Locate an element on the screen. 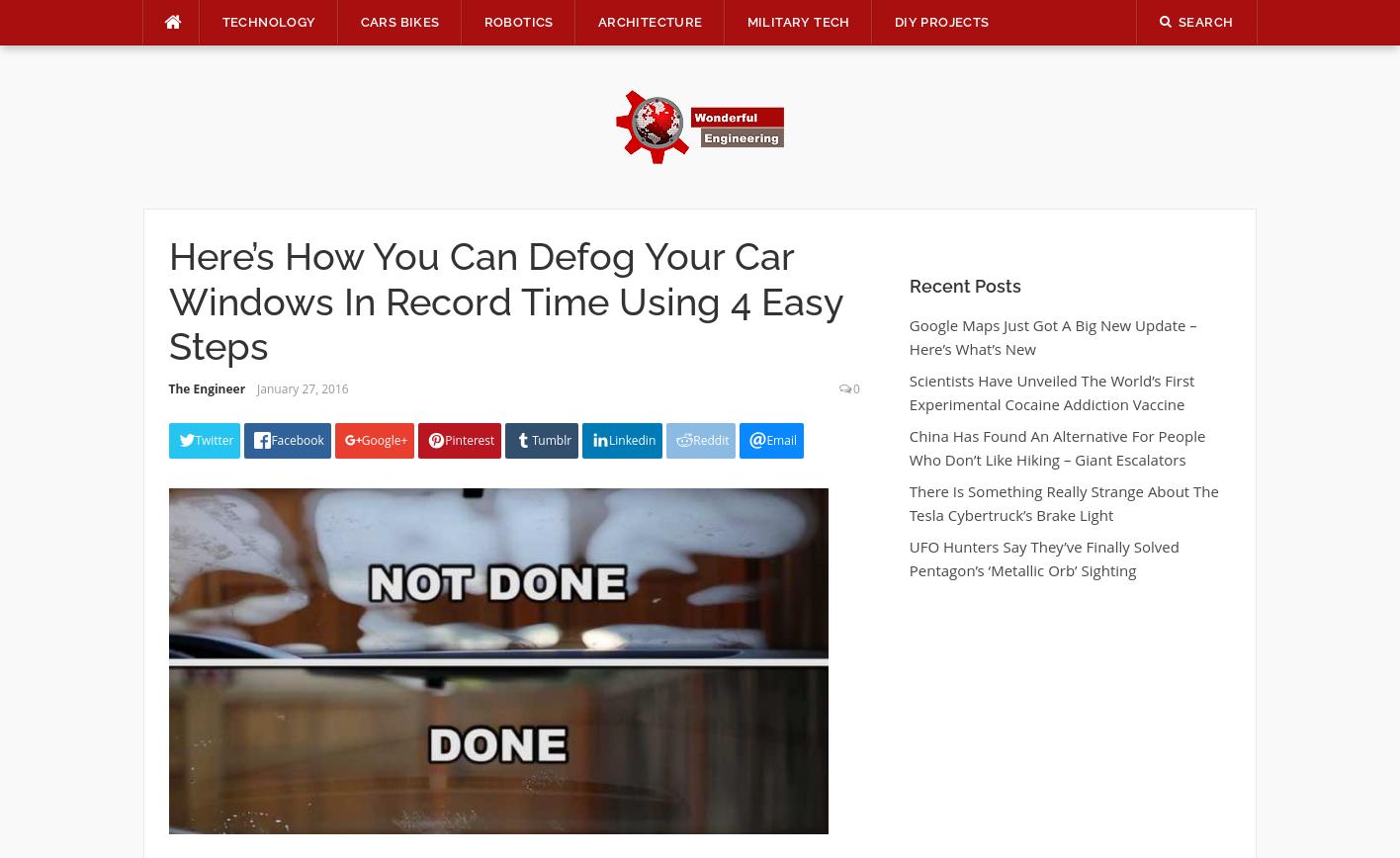  'Twitter' is located at coordinates (193, 439).